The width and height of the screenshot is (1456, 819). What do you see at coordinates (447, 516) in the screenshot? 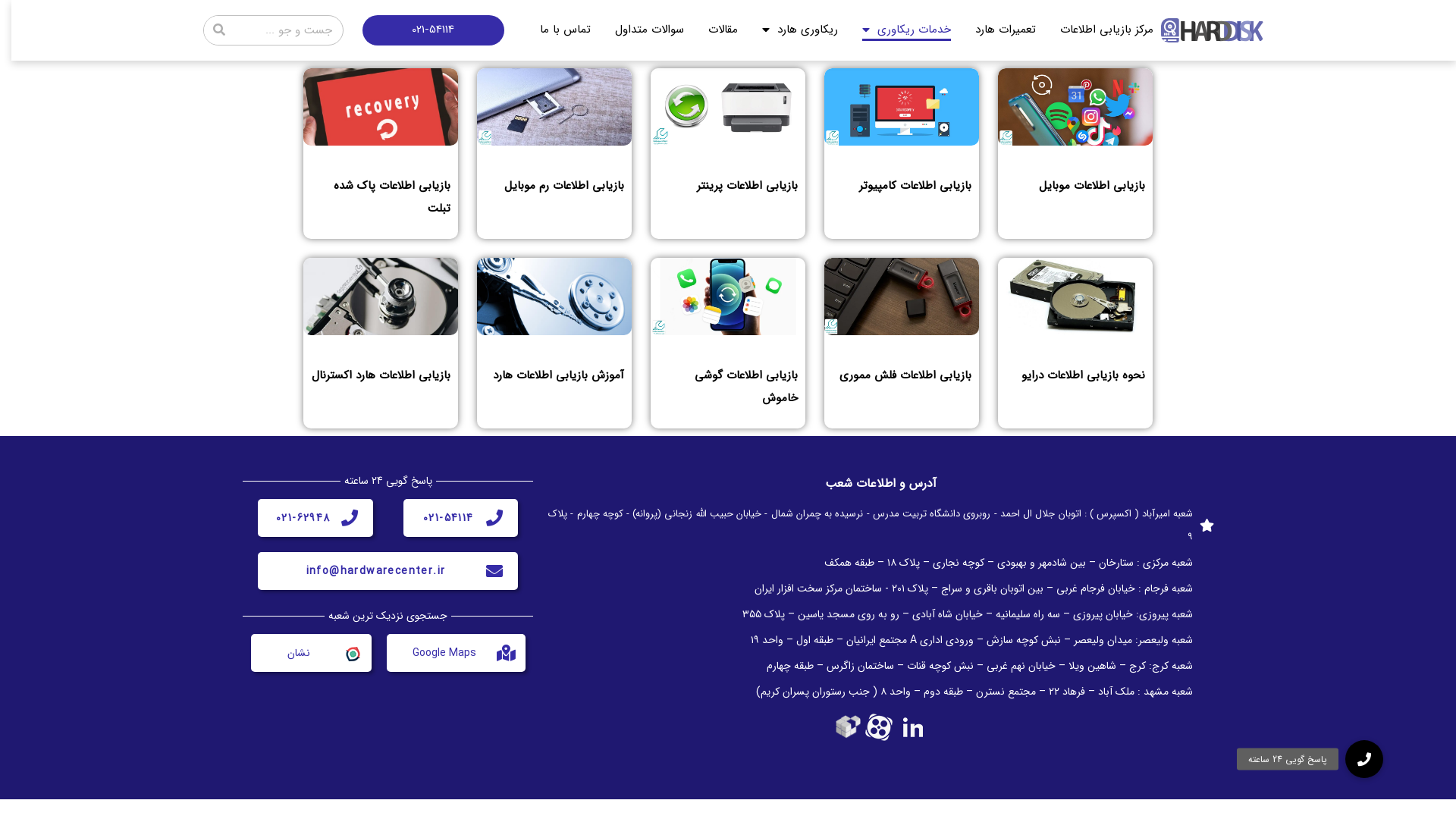
I see `'021-54114'` at bounding box center [447, 516].